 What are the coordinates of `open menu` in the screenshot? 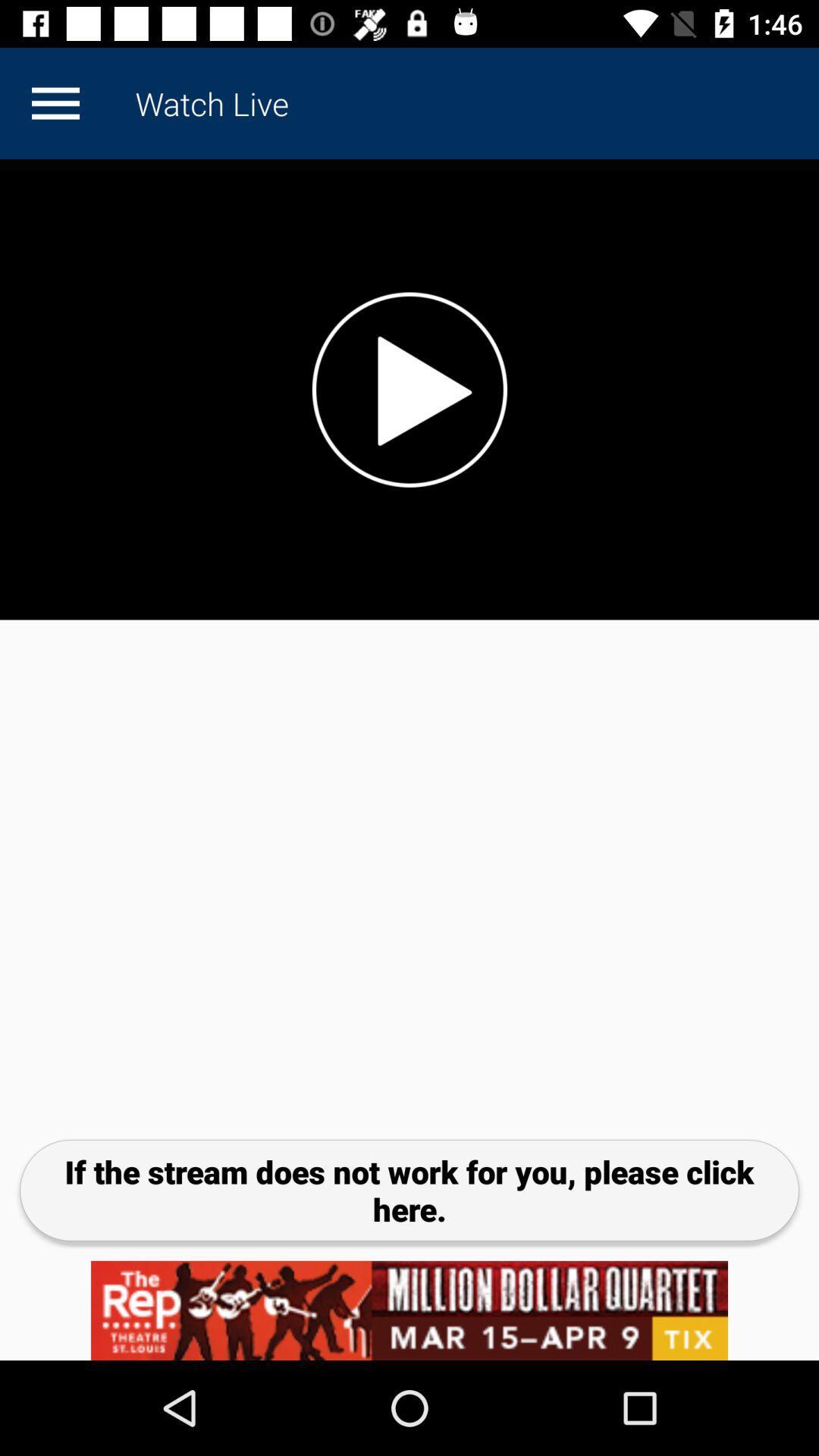 It's located at (55, 102).